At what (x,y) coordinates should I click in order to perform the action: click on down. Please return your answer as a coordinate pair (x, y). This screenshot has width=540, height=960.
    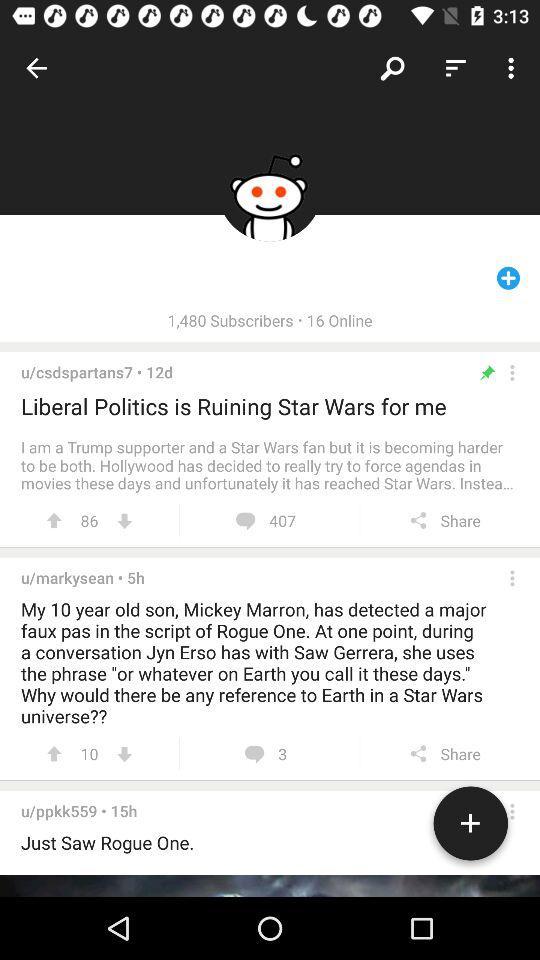
    Looking at the image, I should click on (124, 753).